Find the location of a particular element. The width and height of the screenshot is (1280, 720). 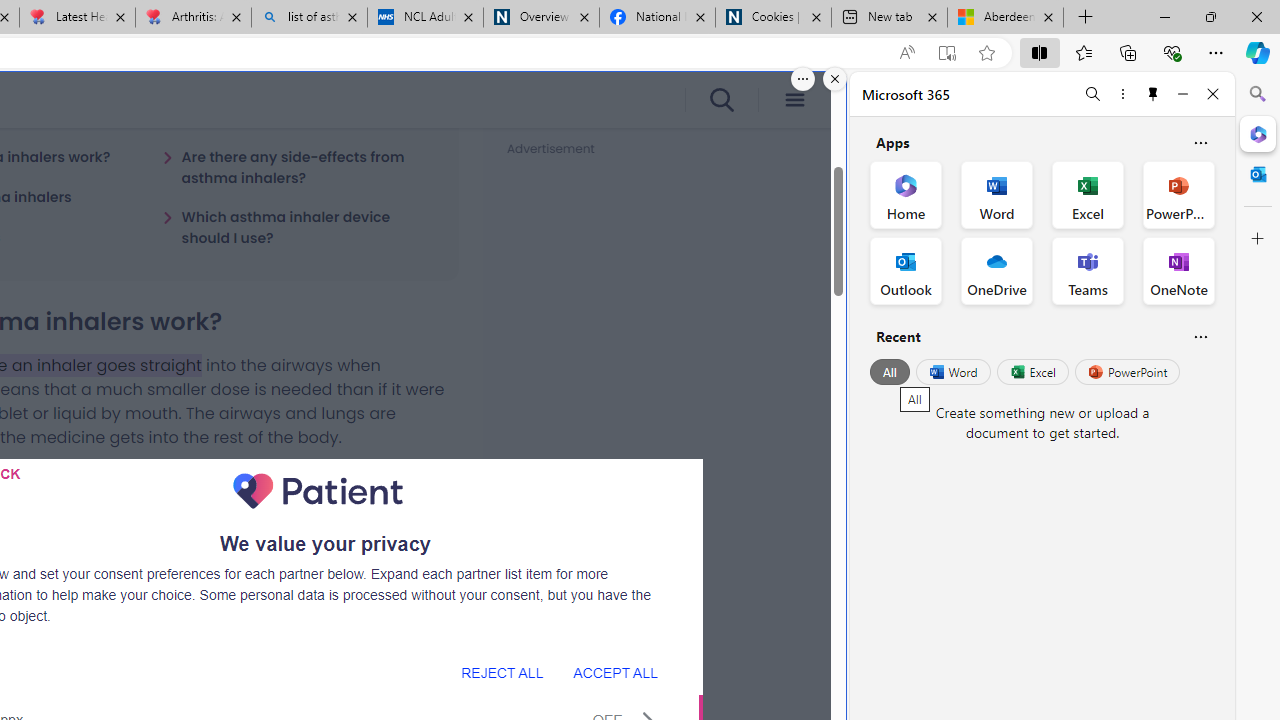

'NCL Adult Asthma Inhaler Choice Guideline' is located at coordinates (423, 17).